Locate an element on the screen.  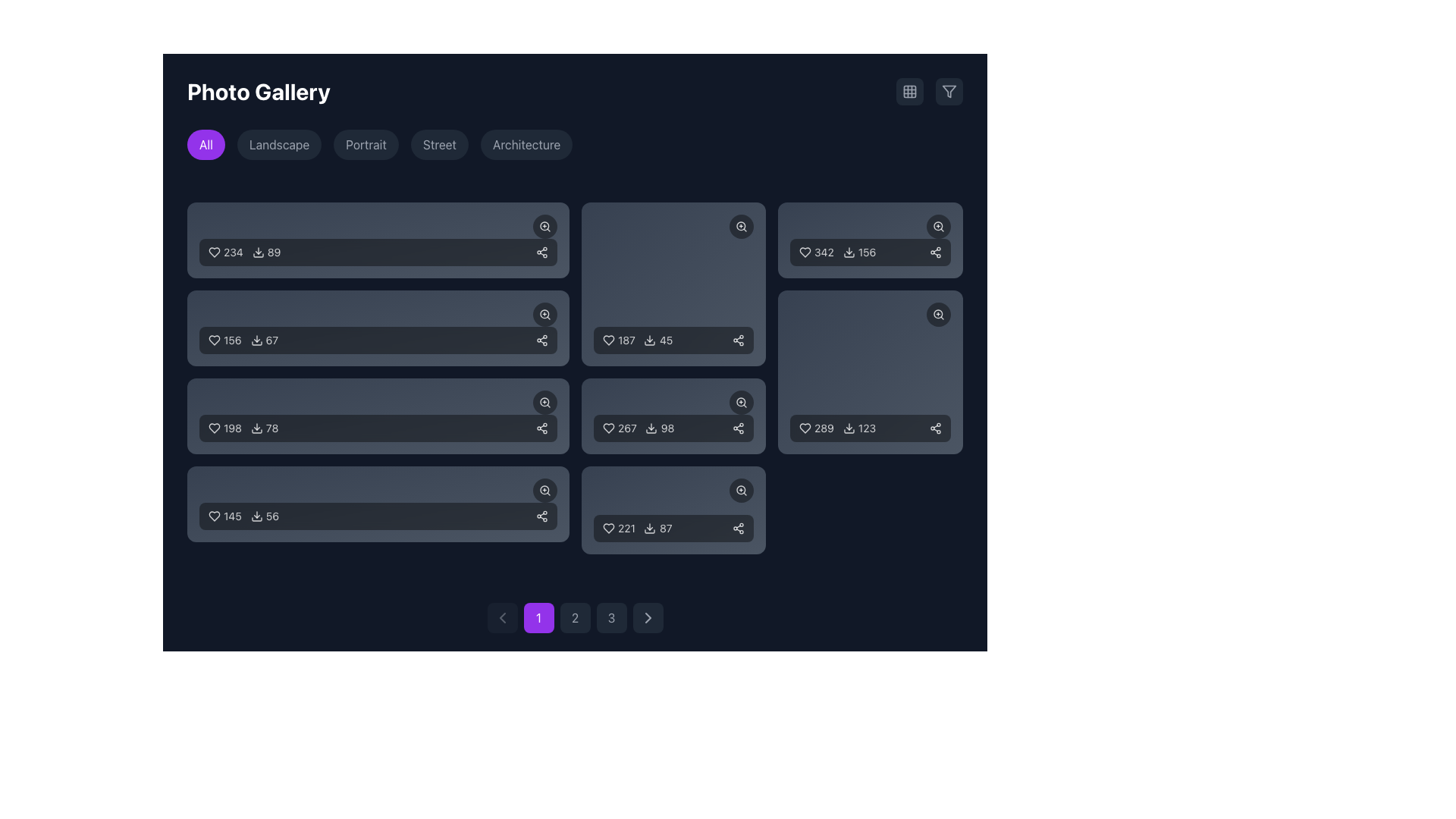
the heart-shaped interactive icon located to the left of the text '187' to like or favorite the associated item is located at coordinates (608, 339).